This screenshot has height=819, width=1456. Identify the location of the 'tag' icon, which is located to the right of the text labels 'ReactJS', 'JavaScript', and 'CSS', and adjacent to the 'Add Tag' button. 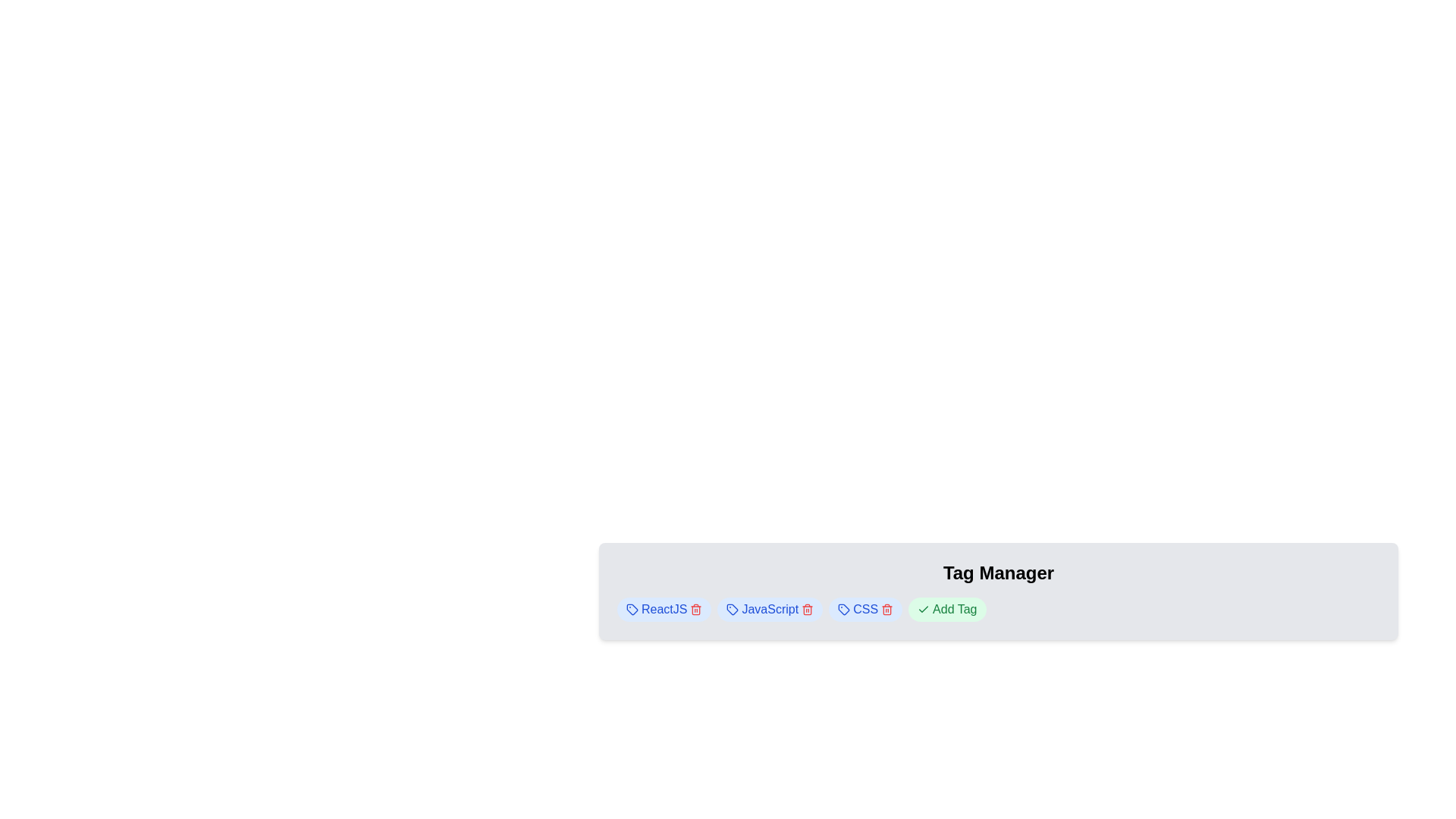
(843, 608).